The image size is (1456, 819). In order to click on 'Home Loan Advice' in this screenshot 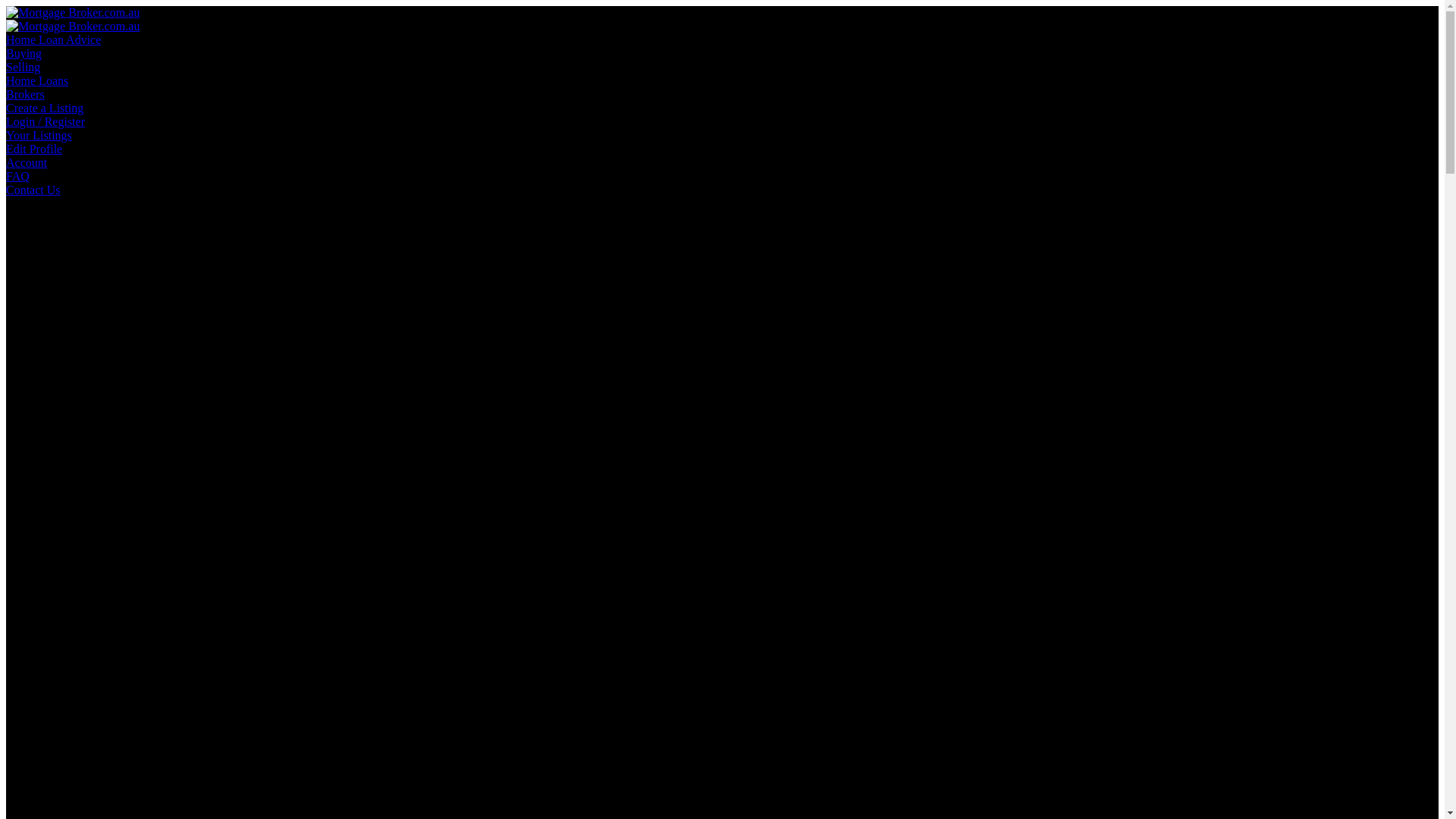, I will do `click(53, 39)`.